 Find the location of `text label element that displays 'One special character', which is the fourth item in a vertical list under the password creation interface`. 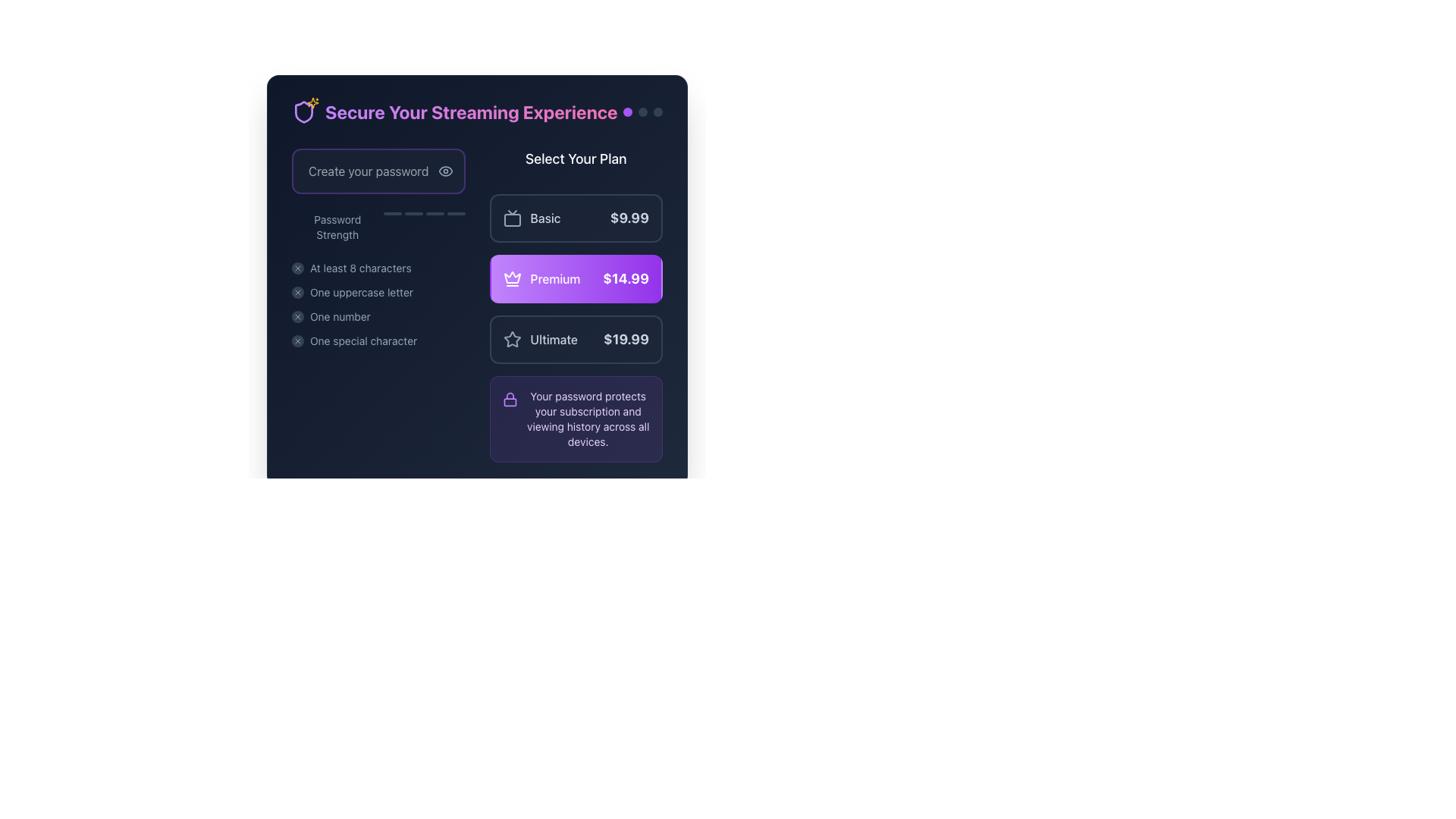

text label element that displays 'One special character', which is the fourth item in a vertical list under the password creation interface is located at coordinates (362, 341).